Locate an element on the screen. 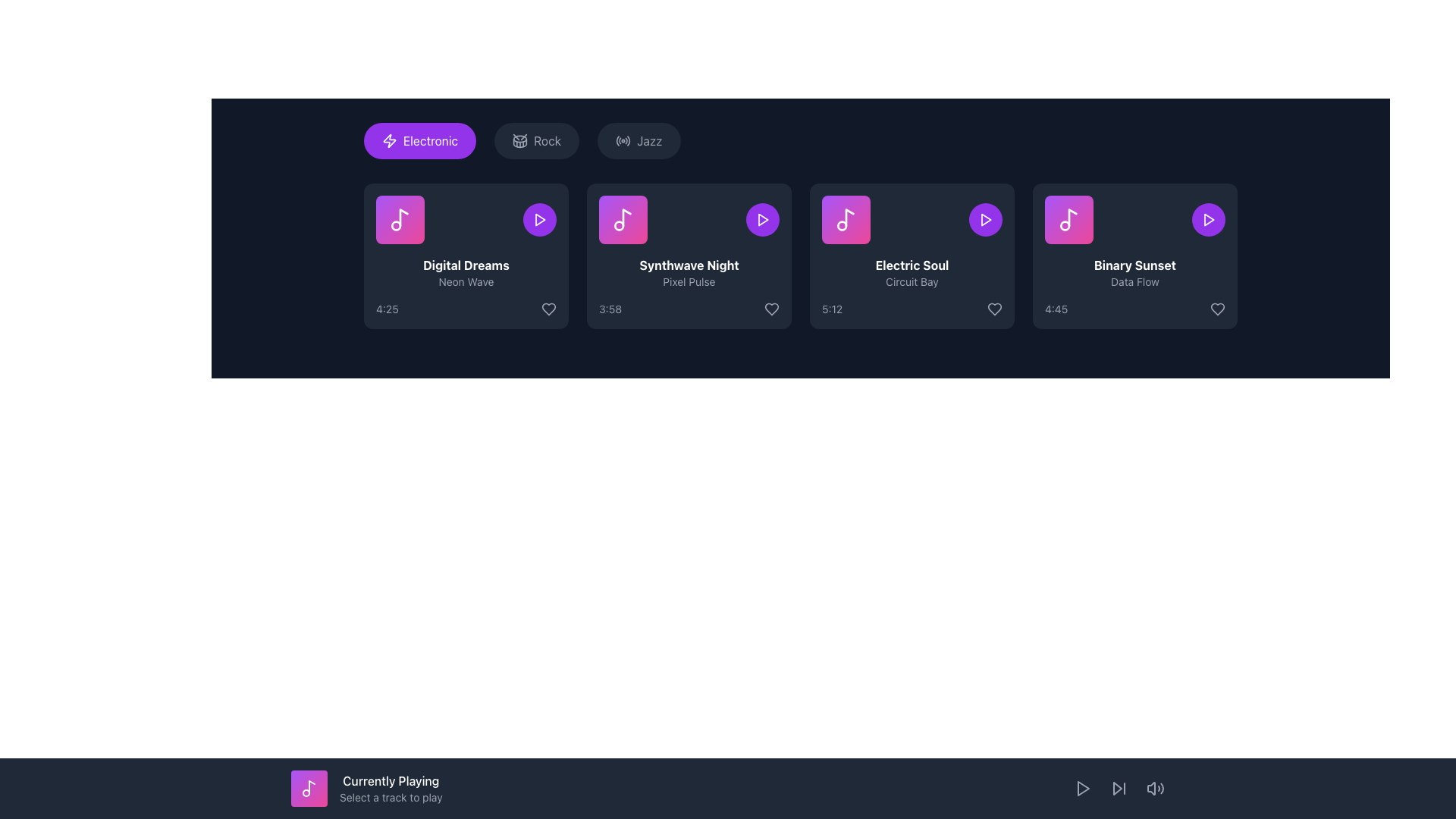 The height and width of the screenshot is (819, 1456). the 'Electronic' category icon located in the top-left region of the interface, adjacent to the 'Rock' and 'Jazz' tags is located at coordinates (389, 140).